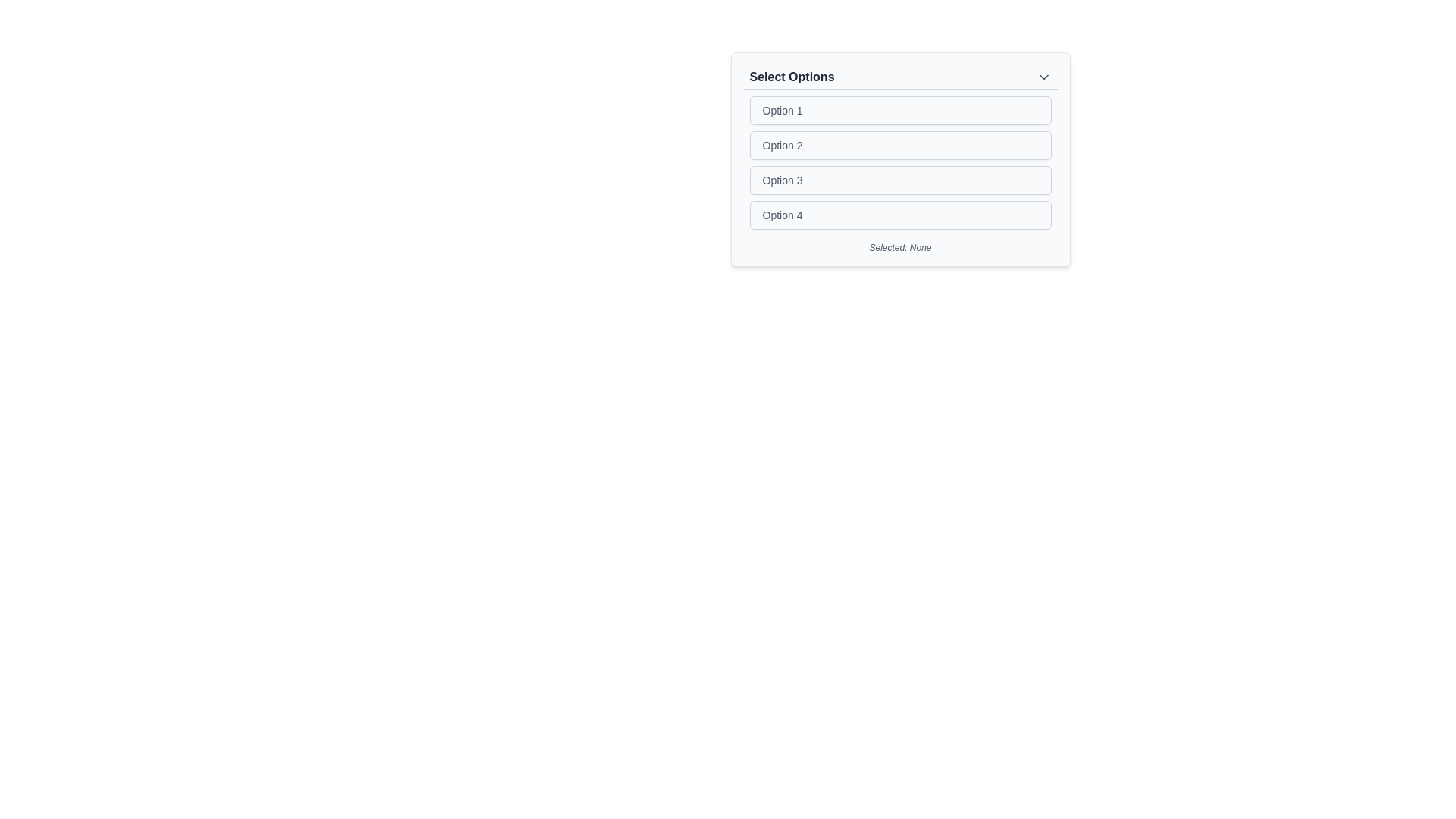  What do you see at coordinates (783, 146) in the screenshot?
I see `the Text Label that serves as a label for the second selectable option in a vertical list, positioned between 'Option 1' and 'Option 3'` at bounding box center [783, 146].